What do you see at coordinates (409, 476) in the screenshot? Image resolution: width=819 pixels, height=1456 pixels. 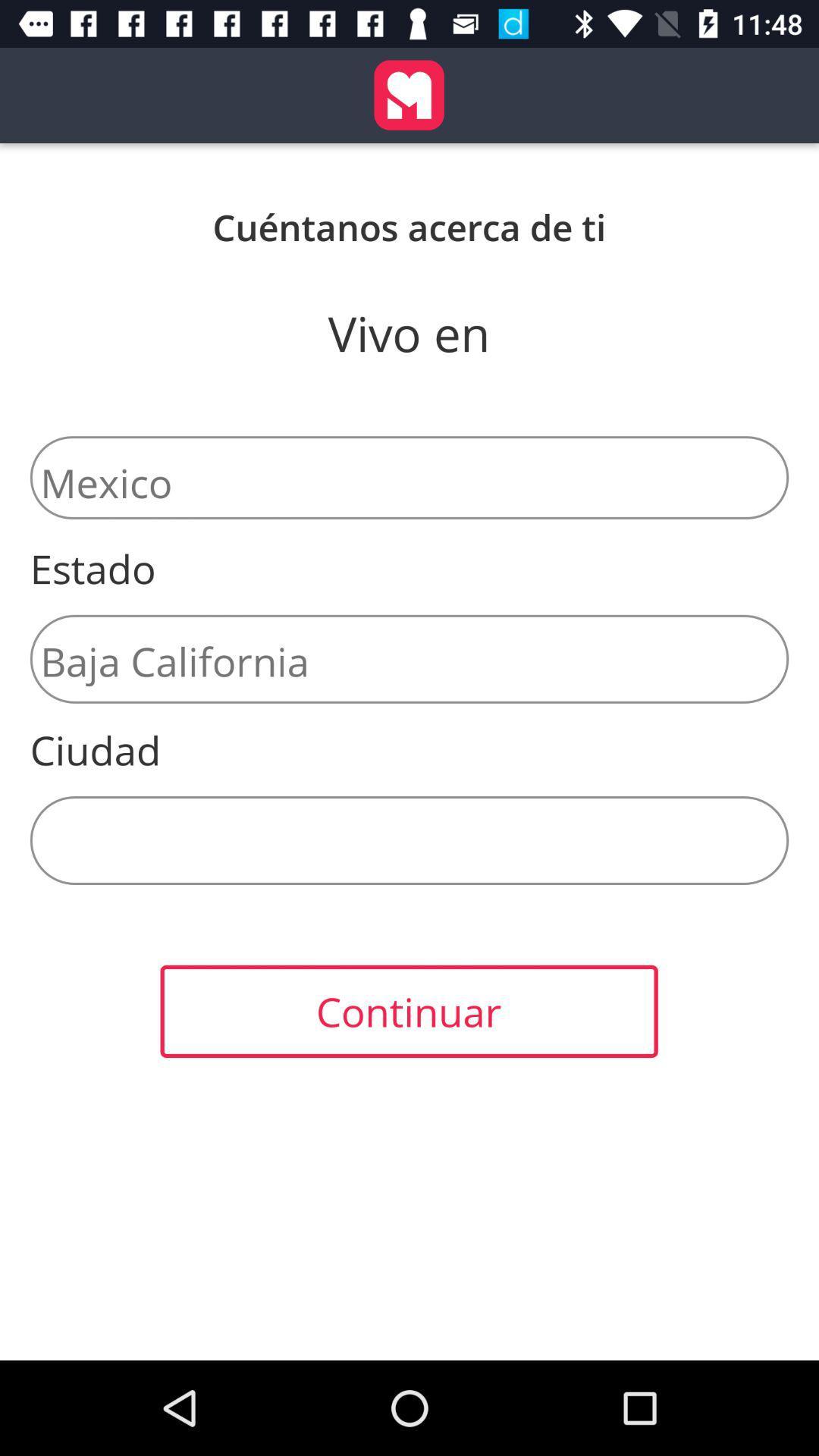 I see `the icon below the vivo en` at bounding box center [409, 476].